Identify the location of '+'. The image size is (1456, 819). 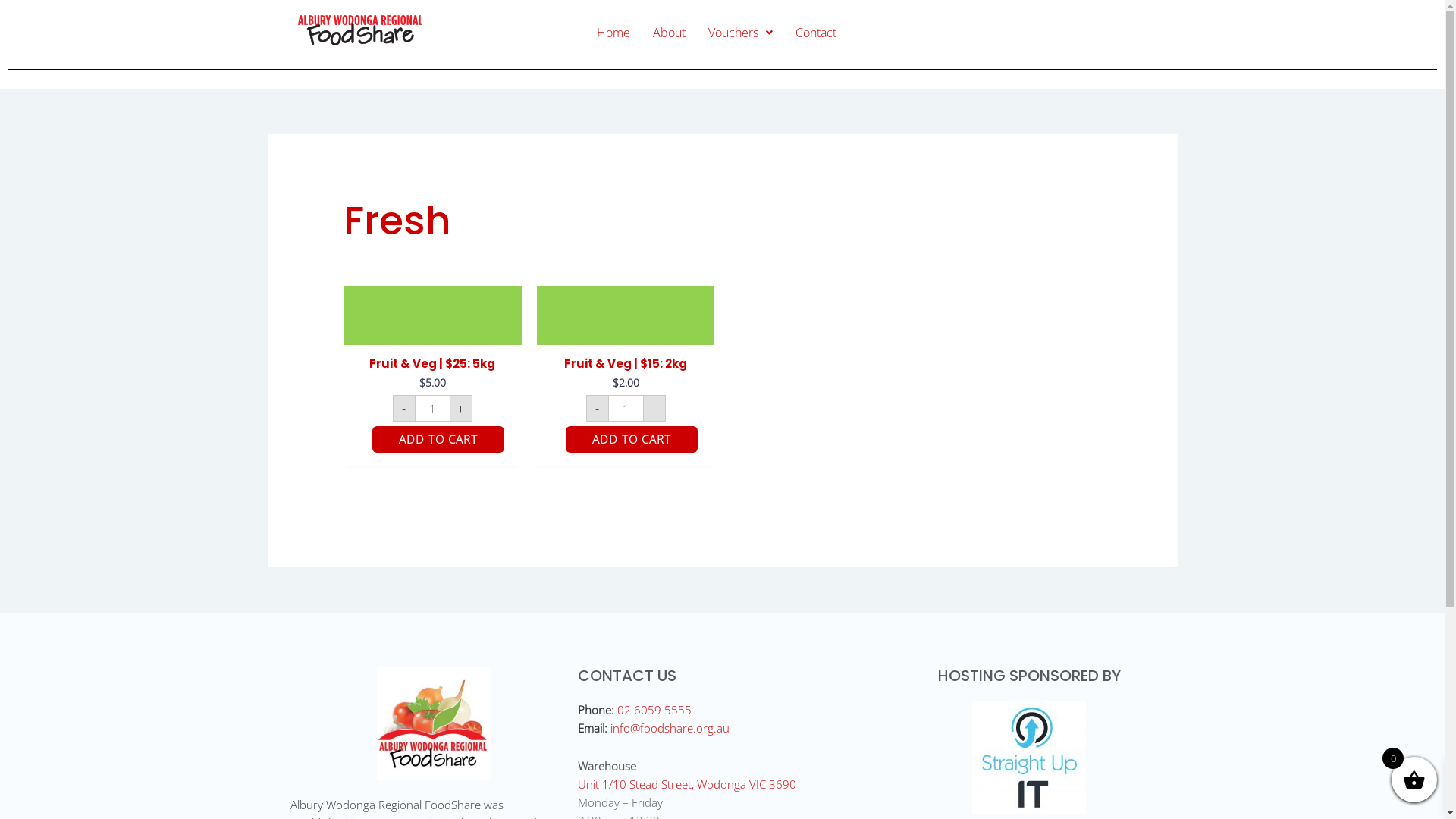
(460, 407).